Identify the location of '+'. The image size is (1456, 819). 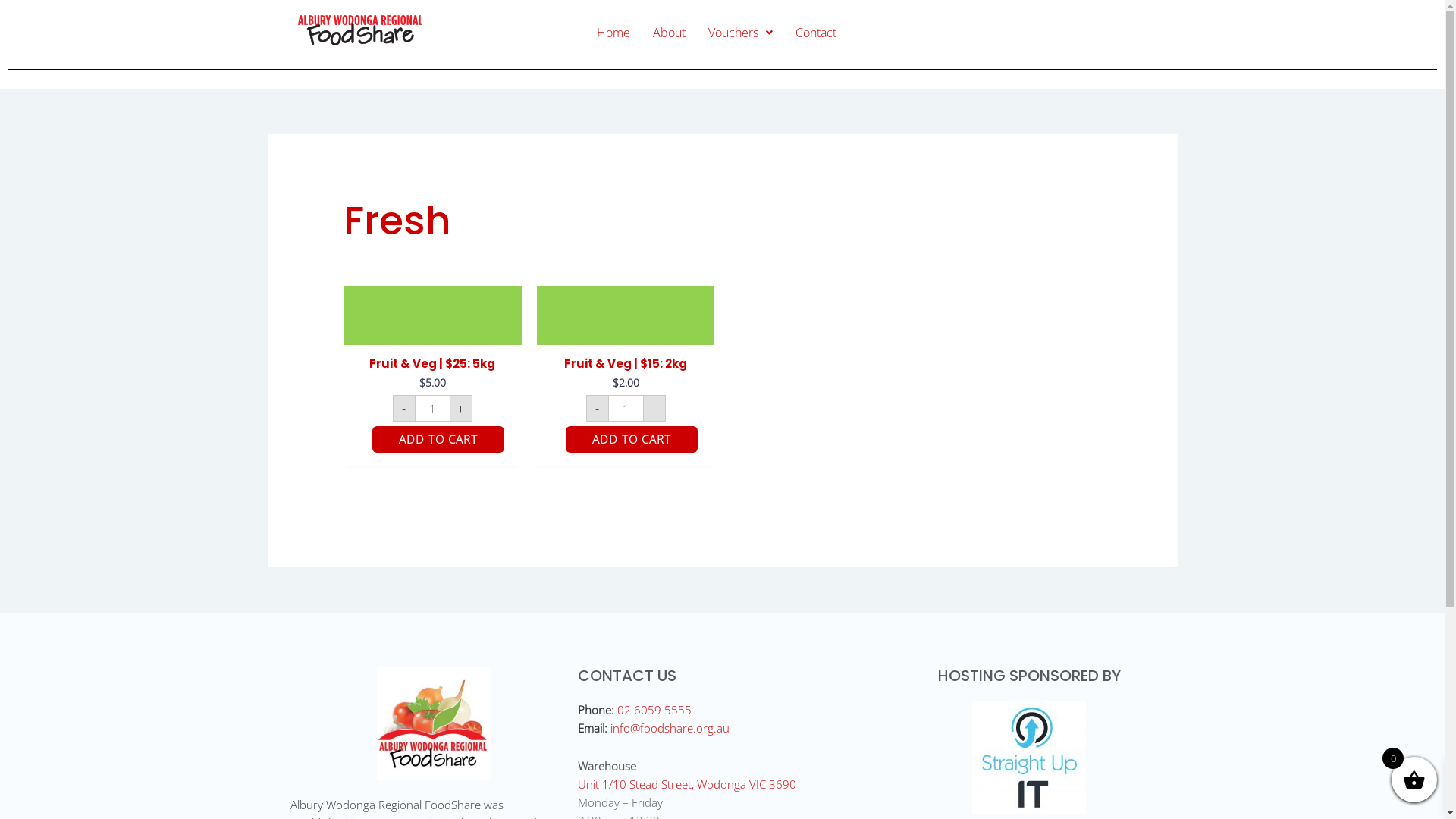
(460, 407).